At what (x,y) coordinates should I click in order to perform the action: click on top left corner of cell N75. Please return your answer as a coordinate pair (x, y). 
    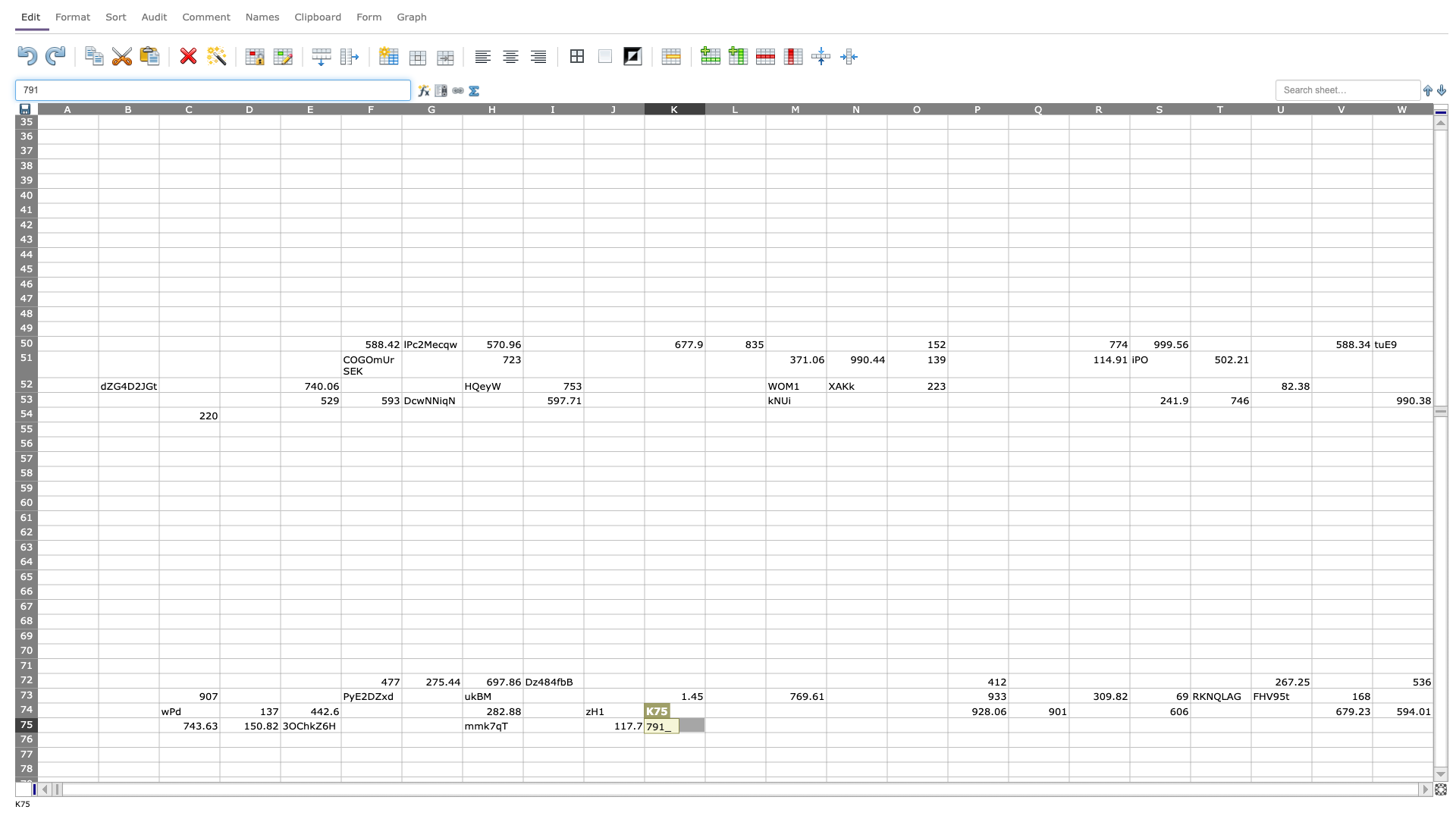
    Looking at the image, I should click on (825, 717).